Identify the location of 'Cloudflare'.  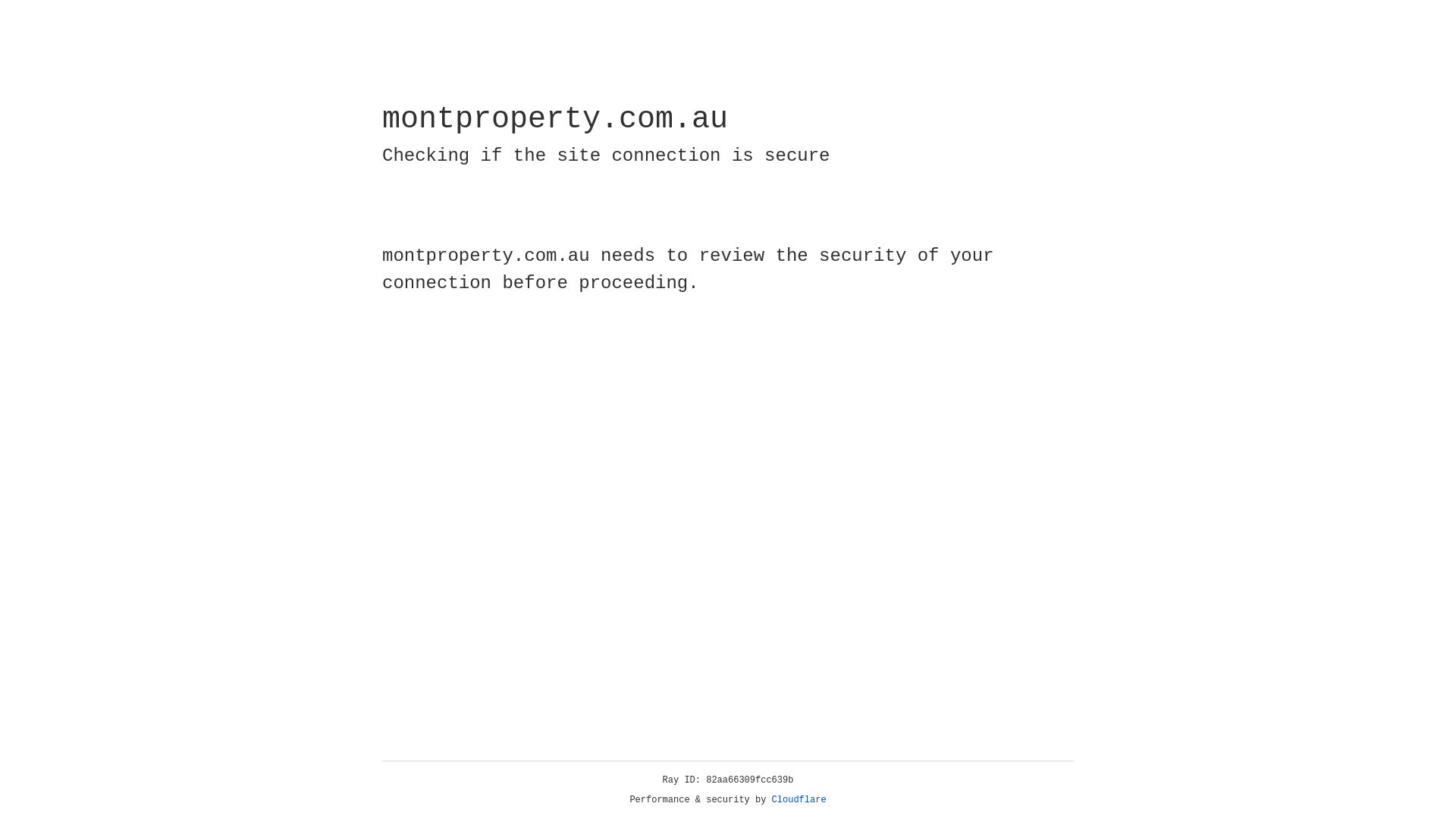
(799, 799).